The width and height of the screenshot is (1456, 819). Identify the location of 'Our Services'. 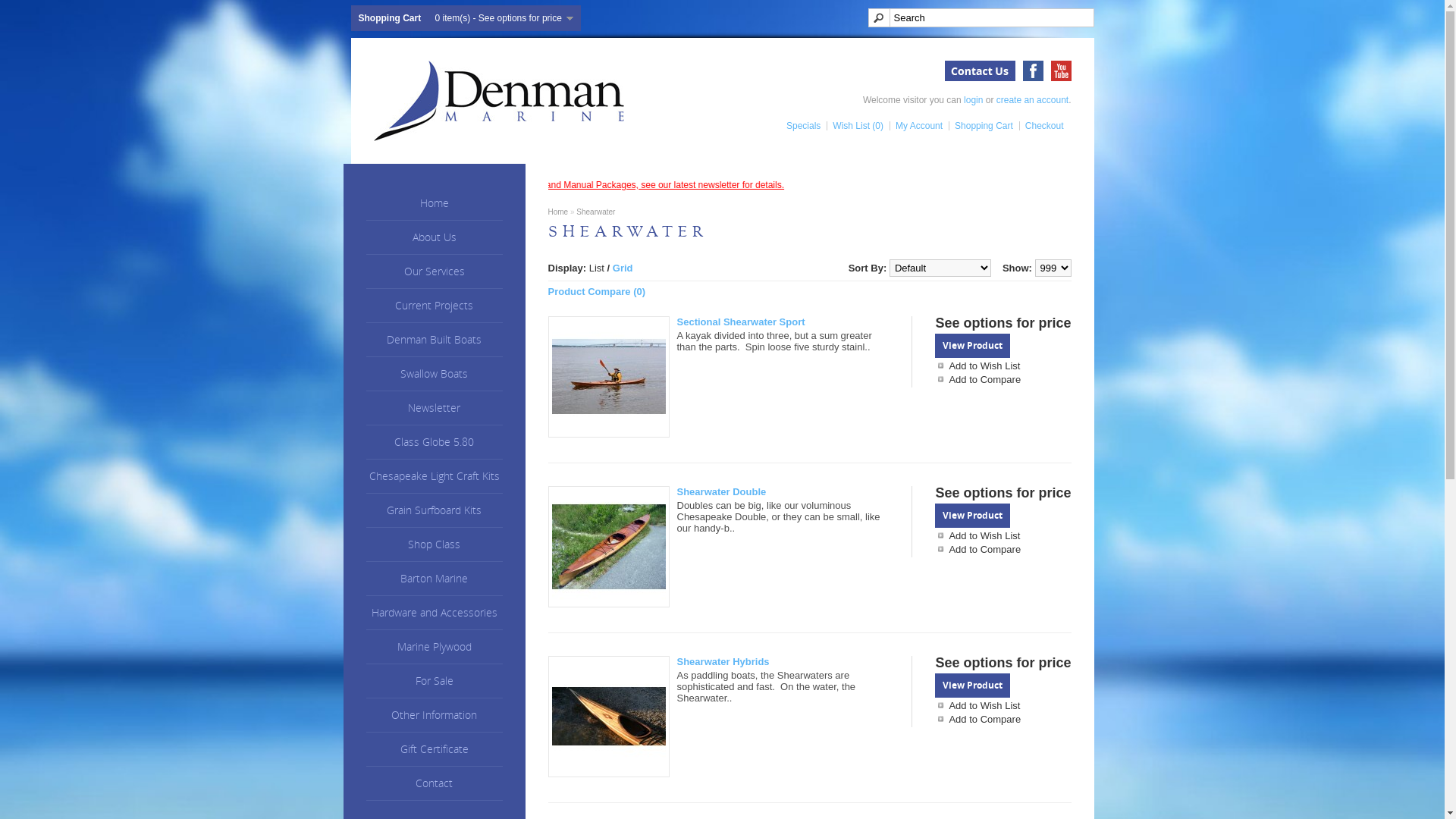
(432, 271).